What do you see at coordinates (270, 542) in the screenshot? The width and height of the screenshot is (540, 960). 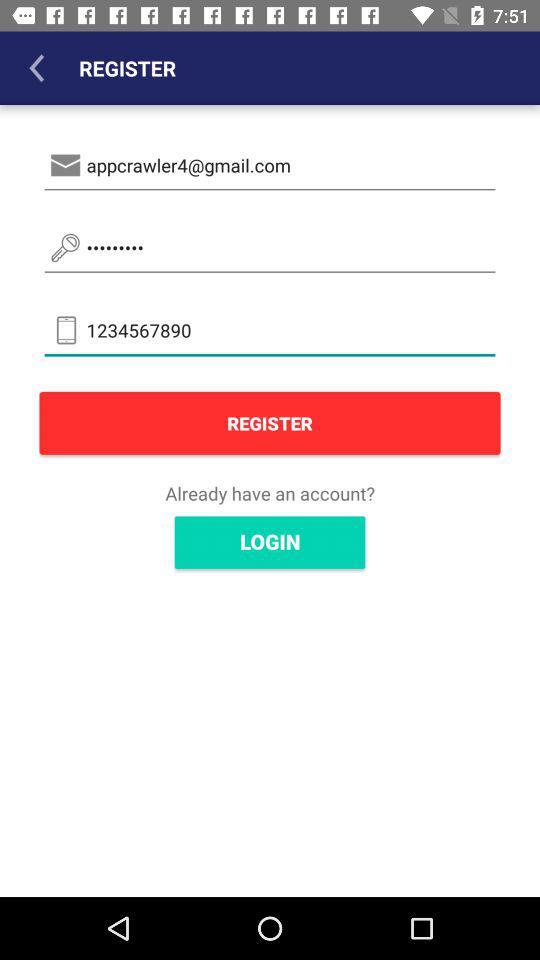 I see `item below the already have an icon` at bounding box center [270, 542].